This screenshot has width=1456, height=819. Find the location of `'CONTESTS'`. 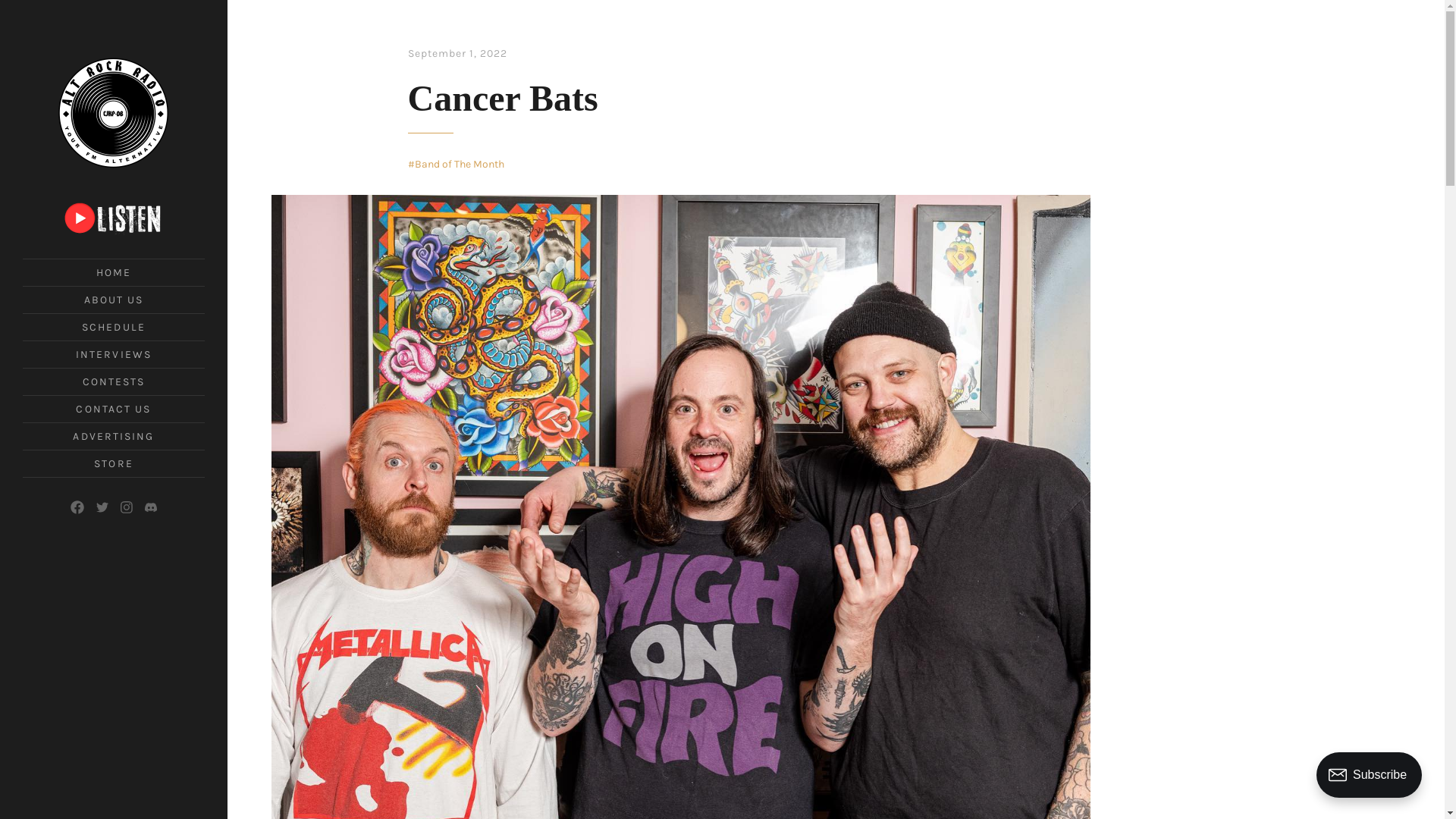

'CONTESTS' is located at coordinates (113, 381).